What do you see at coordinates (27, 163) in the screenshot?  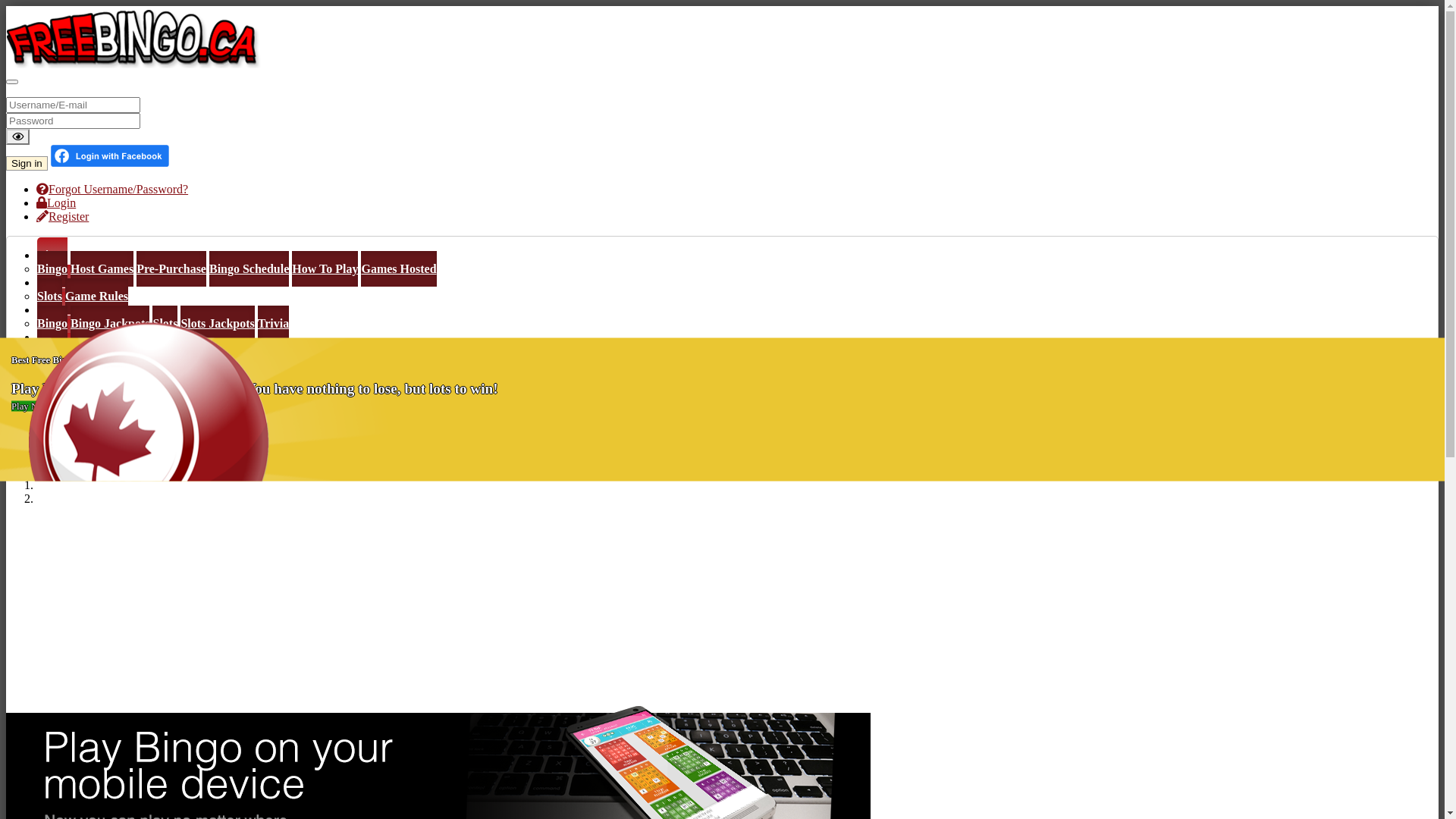 I see `'Sign in'` at bounding box center [27, 163].